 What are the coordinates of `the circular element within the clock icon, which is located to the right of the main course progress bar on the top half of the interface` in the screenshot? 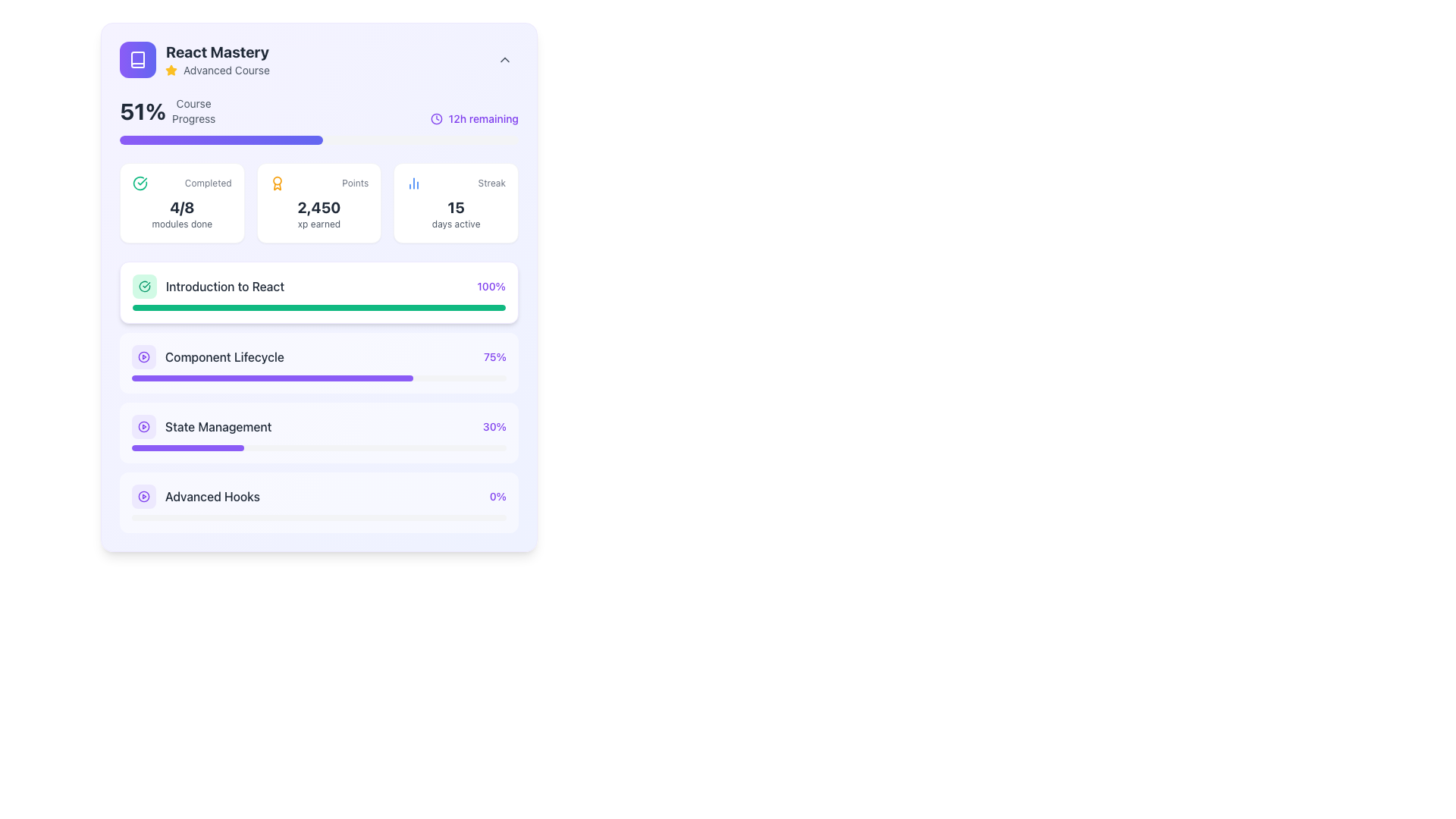 It's located at (435, 118).